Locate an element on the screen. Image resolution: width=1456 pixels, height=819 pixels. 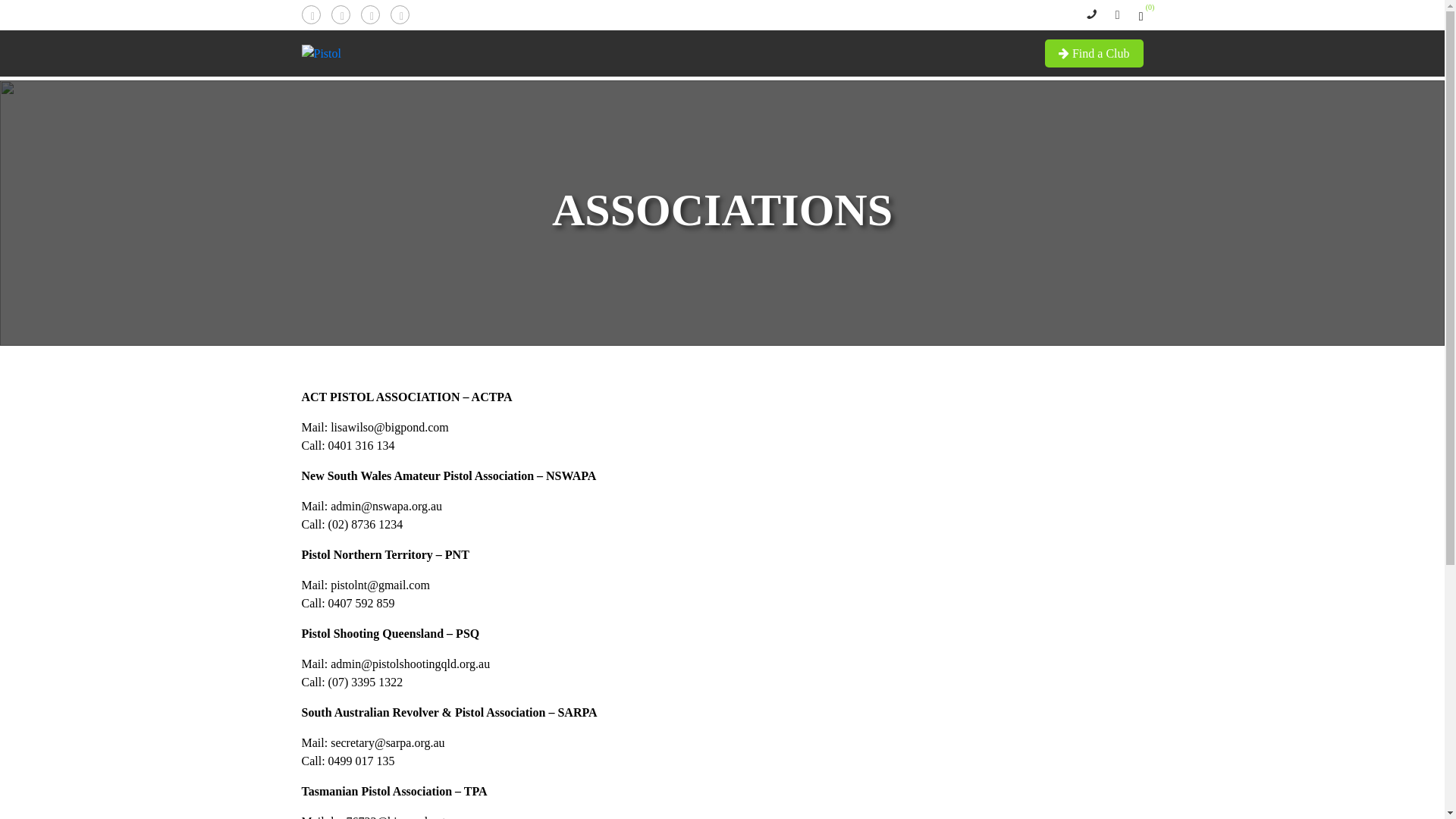
'(0)' is located at coordinates (1141, 16).